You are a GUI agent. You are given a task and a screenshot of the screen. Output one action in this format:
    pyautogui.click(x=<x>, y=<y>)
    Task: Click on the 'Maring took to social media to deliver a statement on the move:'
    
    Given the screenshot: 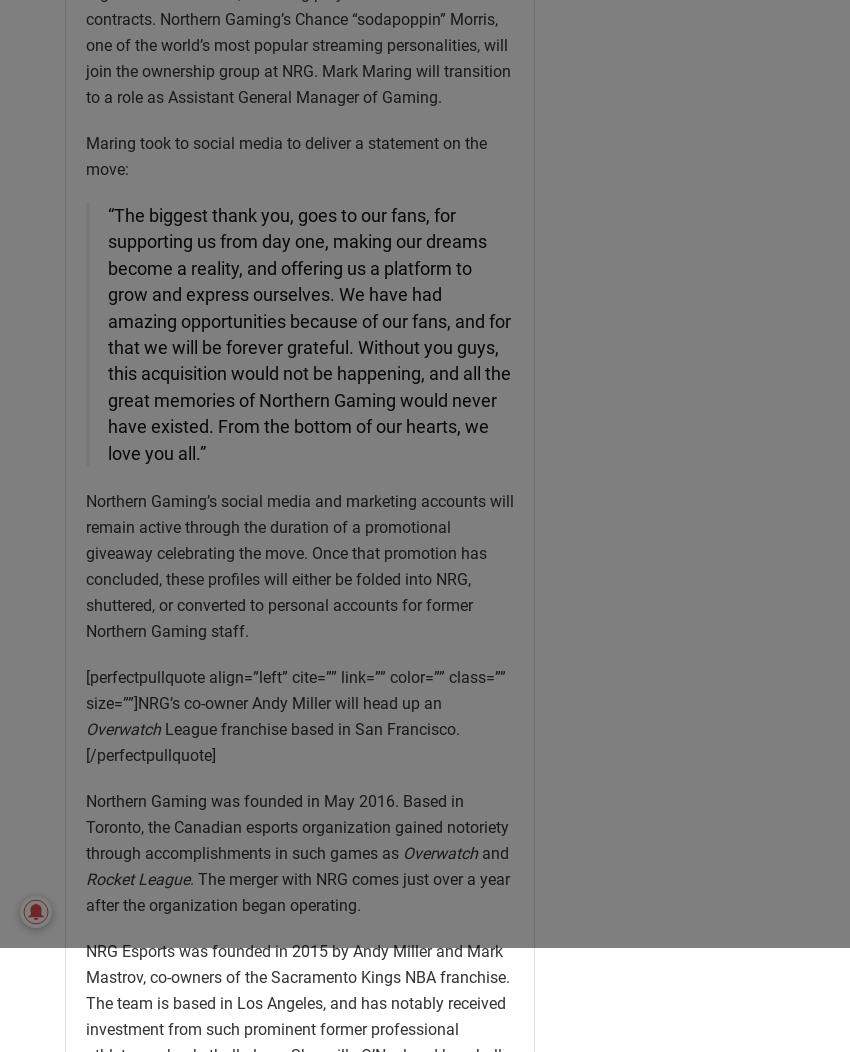 What is the action you would take?
    pyautogui.click(x=285, y=155)
    